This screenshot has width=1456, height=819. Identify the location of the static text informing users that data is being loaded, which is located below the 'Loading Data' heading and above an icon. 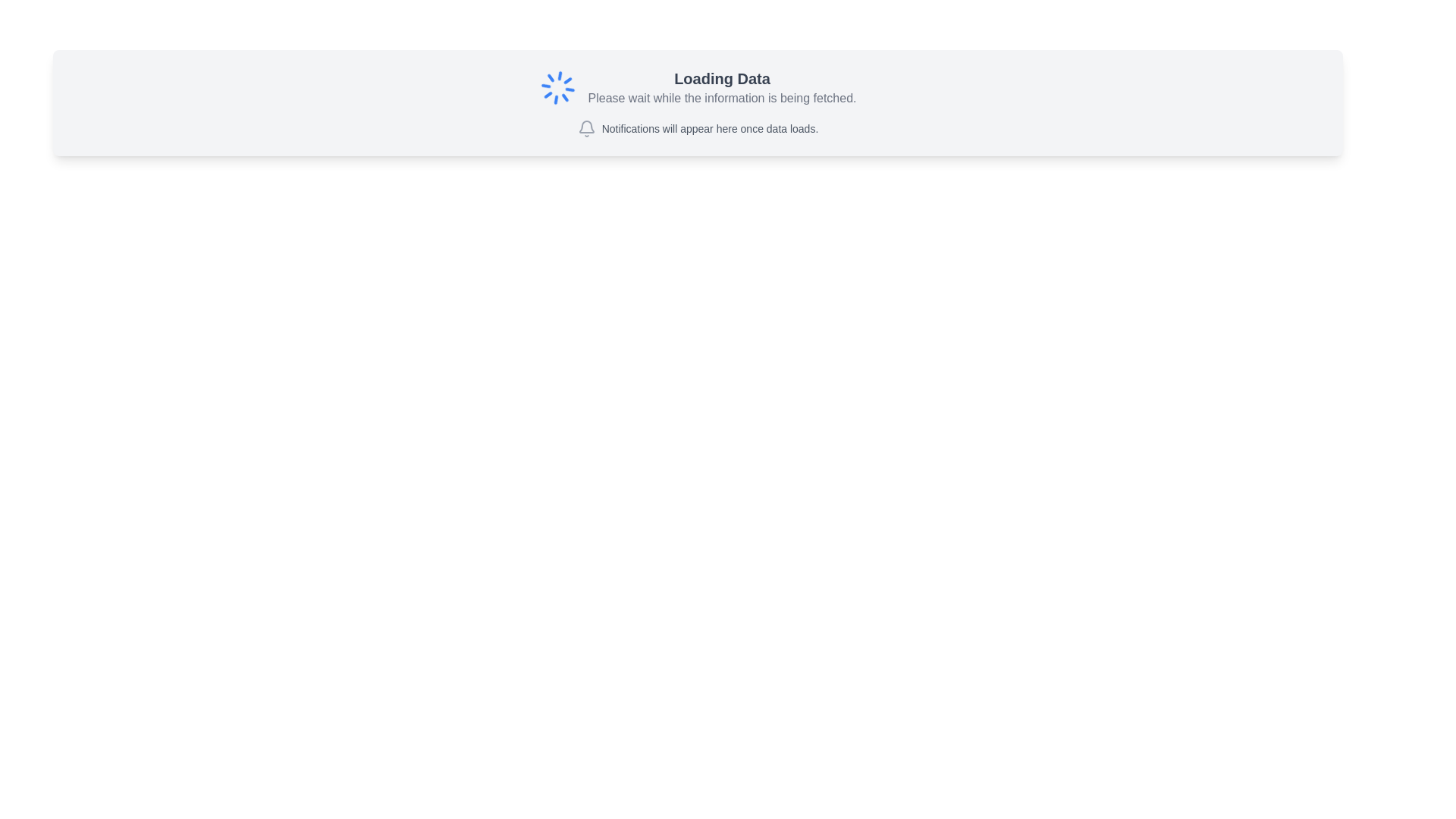
(721, 99).